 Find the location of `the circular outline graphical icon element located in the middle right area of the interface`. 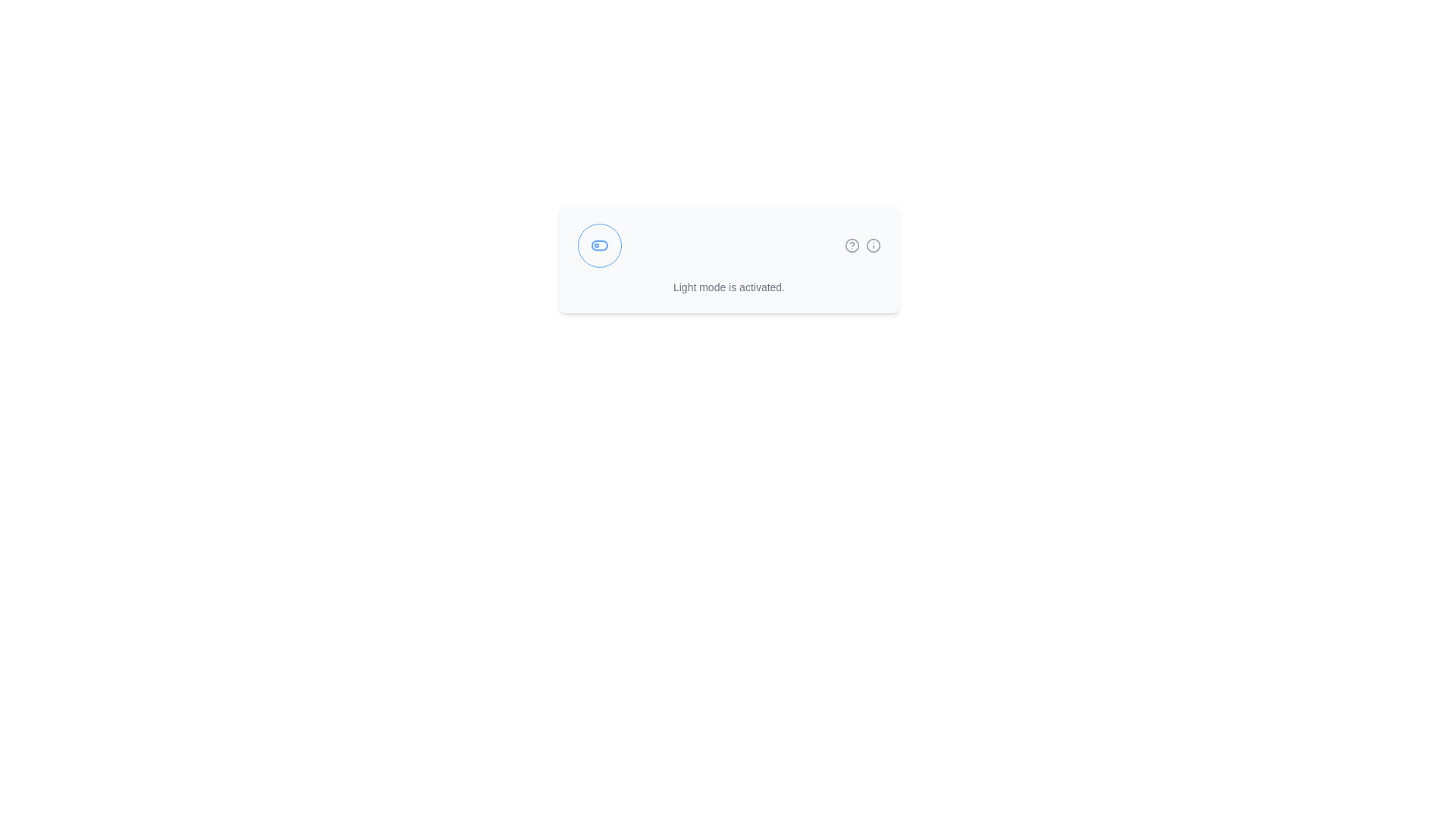

the circular outline graphical icon element located in the middle right area of the interface is located at coordinates (873, 245).